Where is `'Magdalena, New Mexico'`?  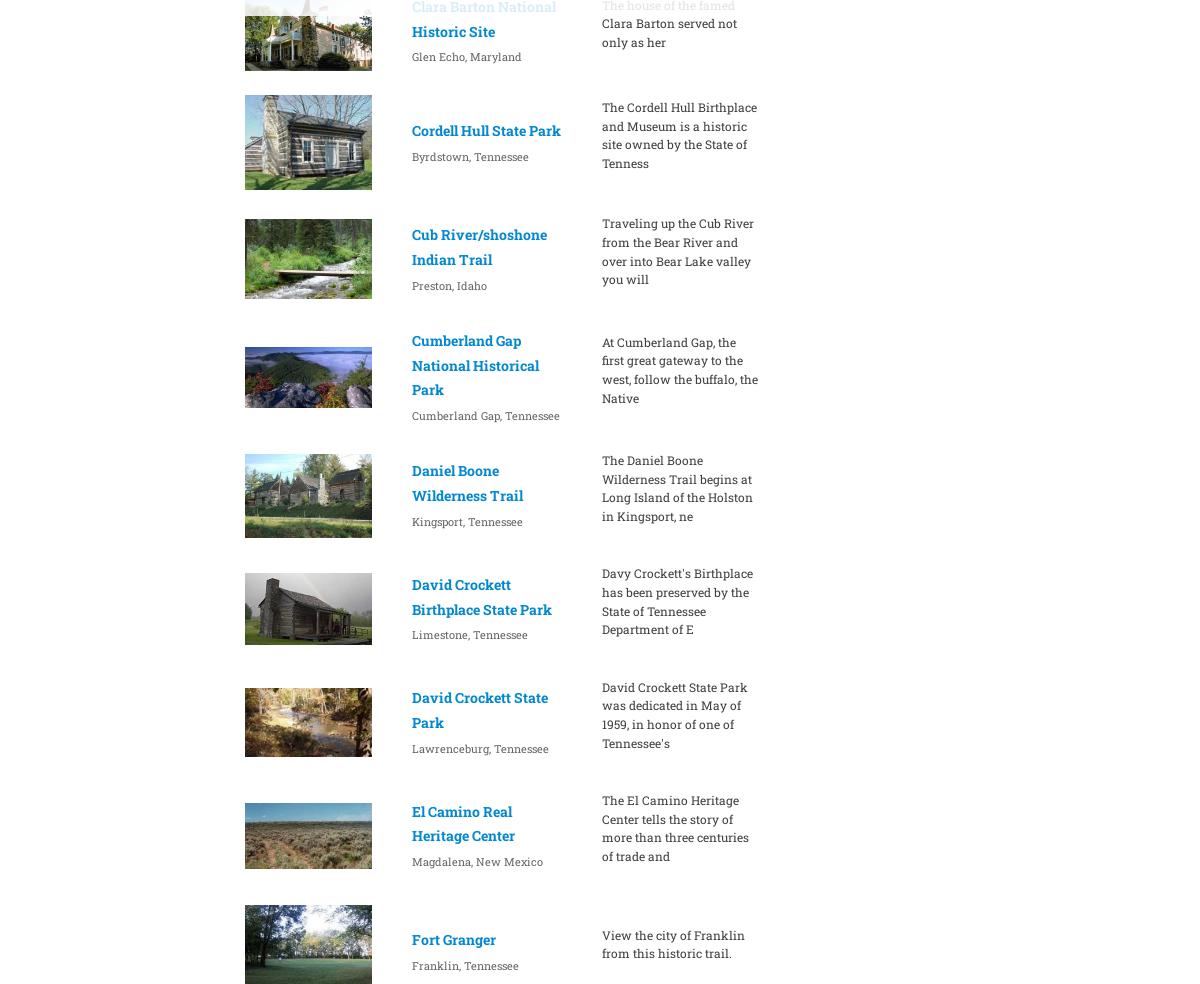
'Magdalena, New Mexico' is located at coordinates (475, 860).